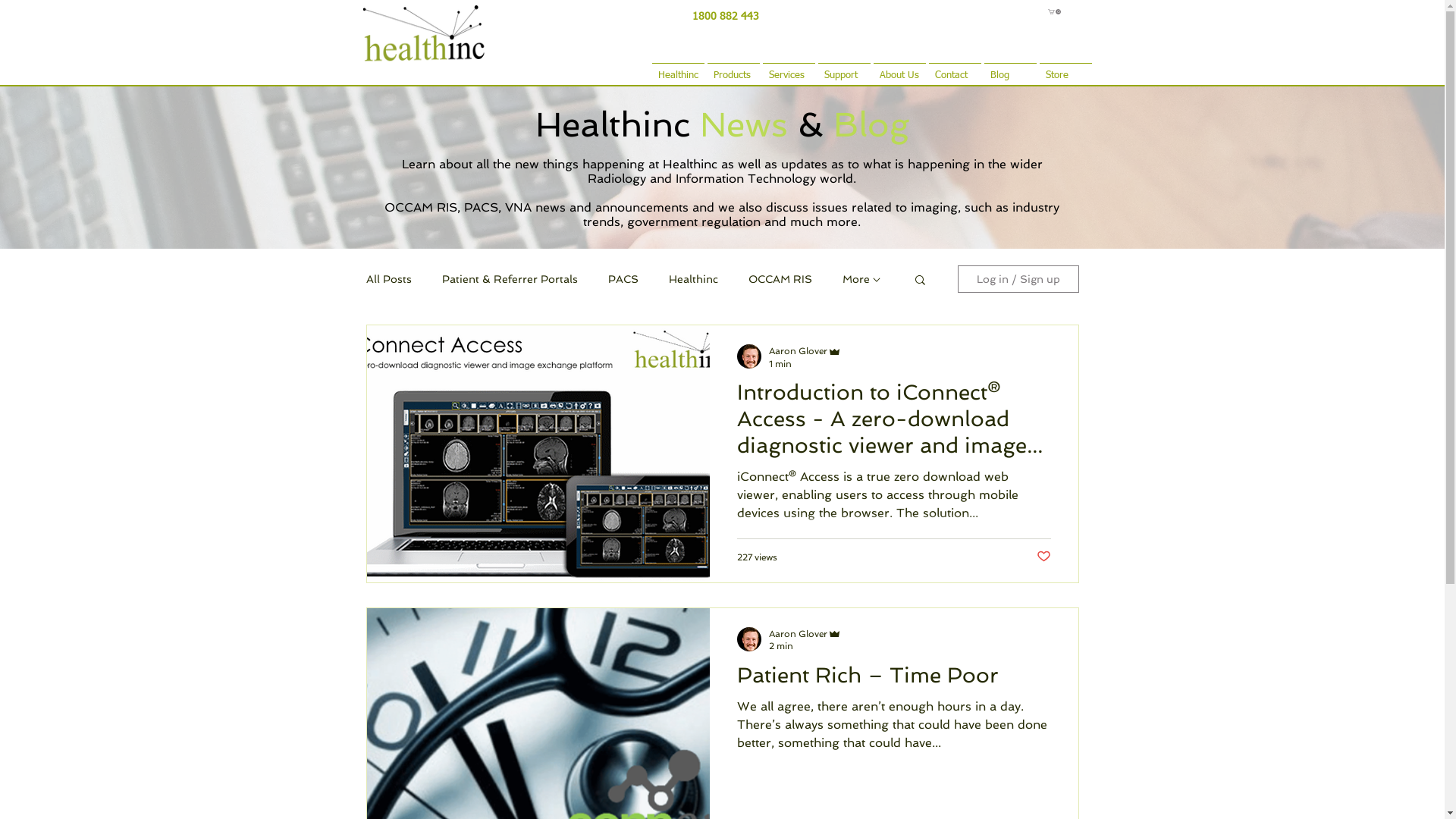 This screenshot has height=819, width=1456. Describe the element at coordinates (1035, 557) in the screenshot. I see `'Post not marked as liked'` at that location.